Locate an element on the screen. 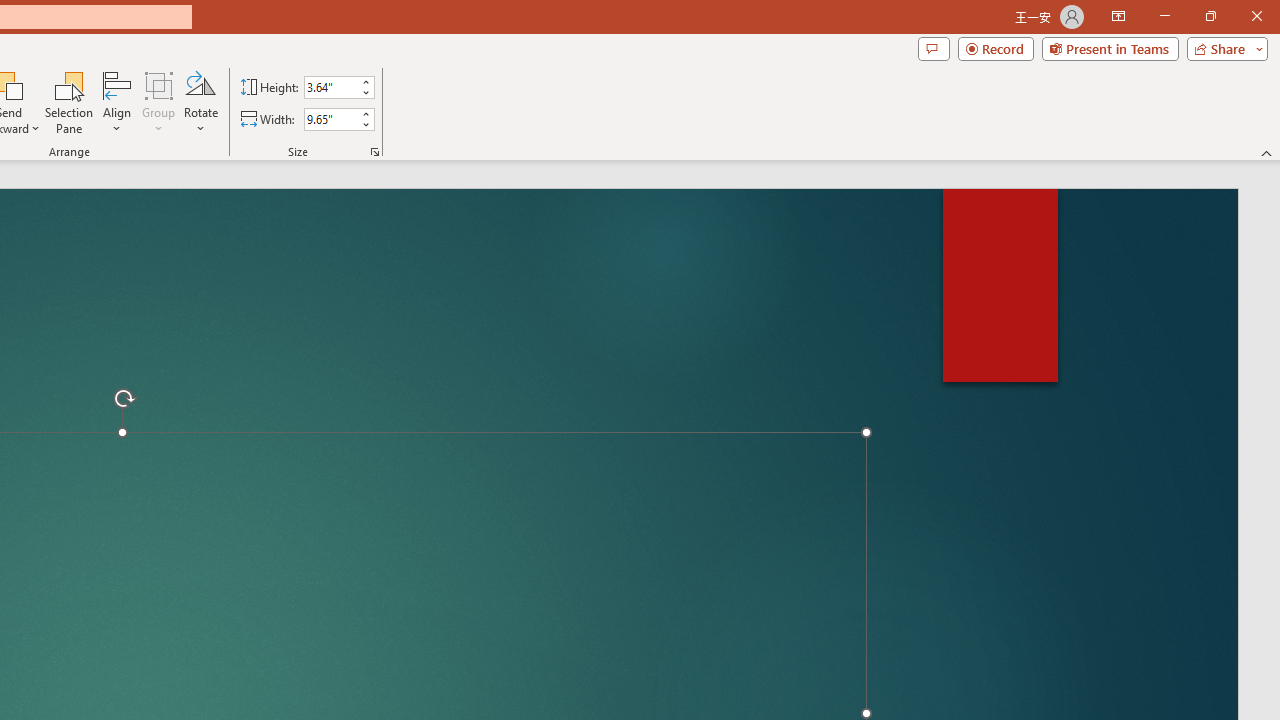 The image size is (1280, 720). 'Minimize' is located at coordinates (1164, 16).